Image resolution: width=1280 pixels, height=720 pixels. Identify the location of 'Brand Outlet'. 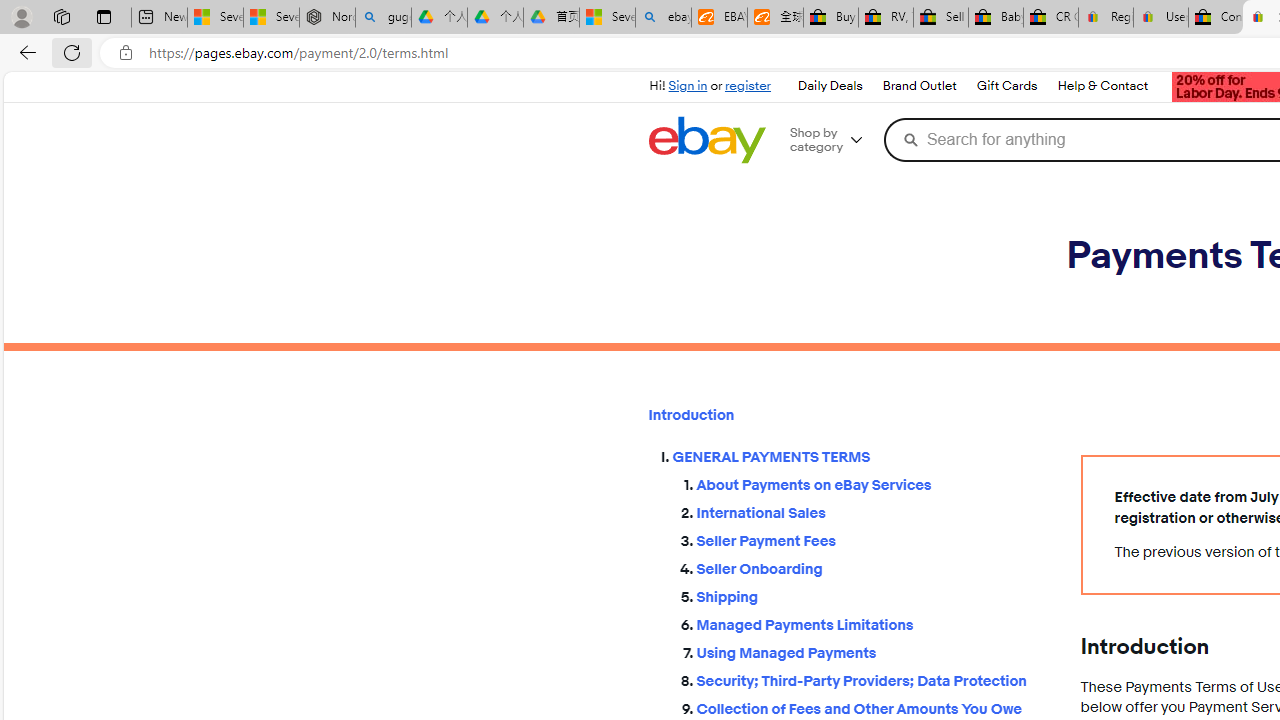
(917, 85).